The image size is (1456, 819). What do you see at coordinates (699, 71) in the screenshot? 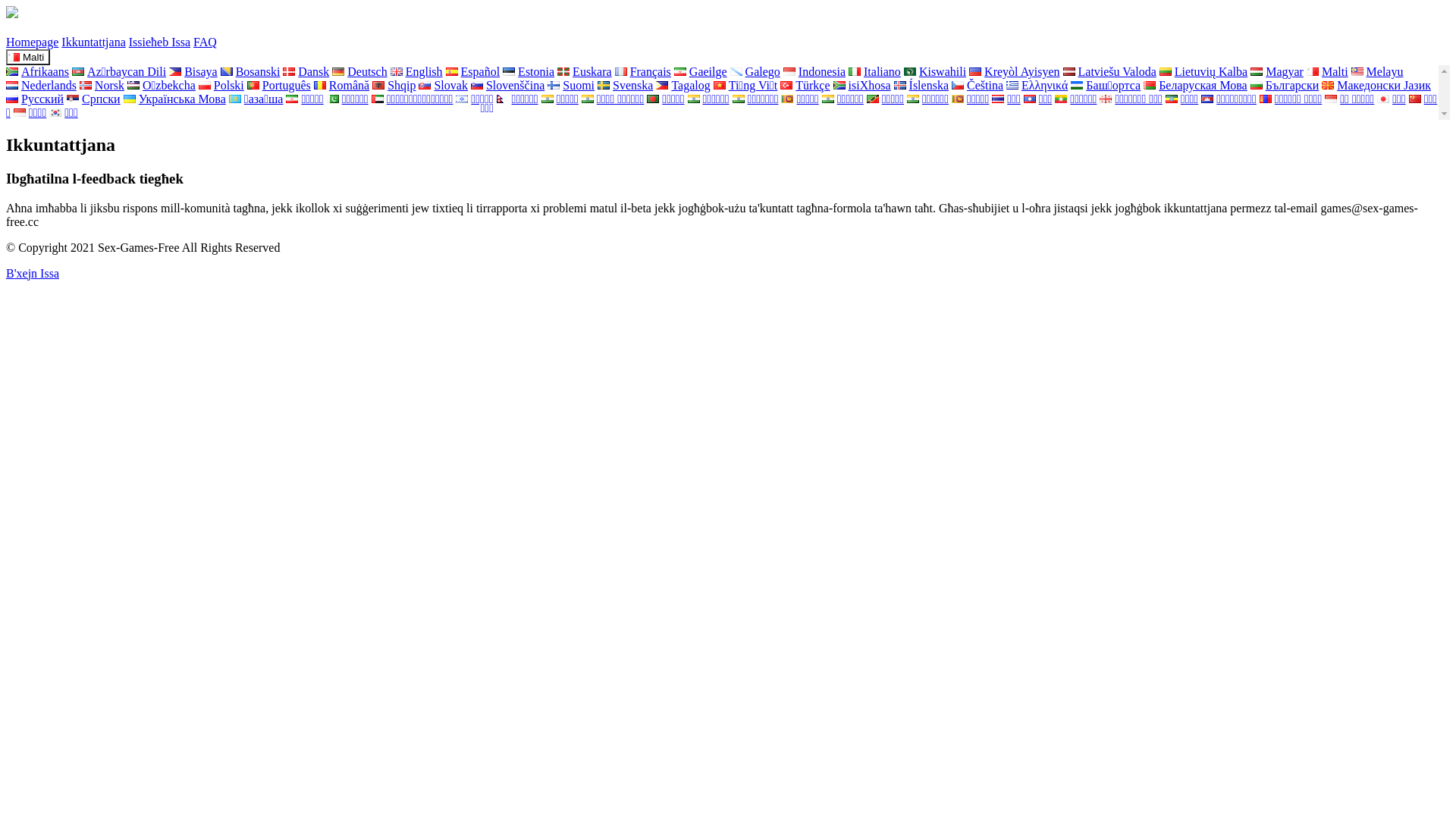
I see `'Gaeilge'` at bounding box center [699, 71].